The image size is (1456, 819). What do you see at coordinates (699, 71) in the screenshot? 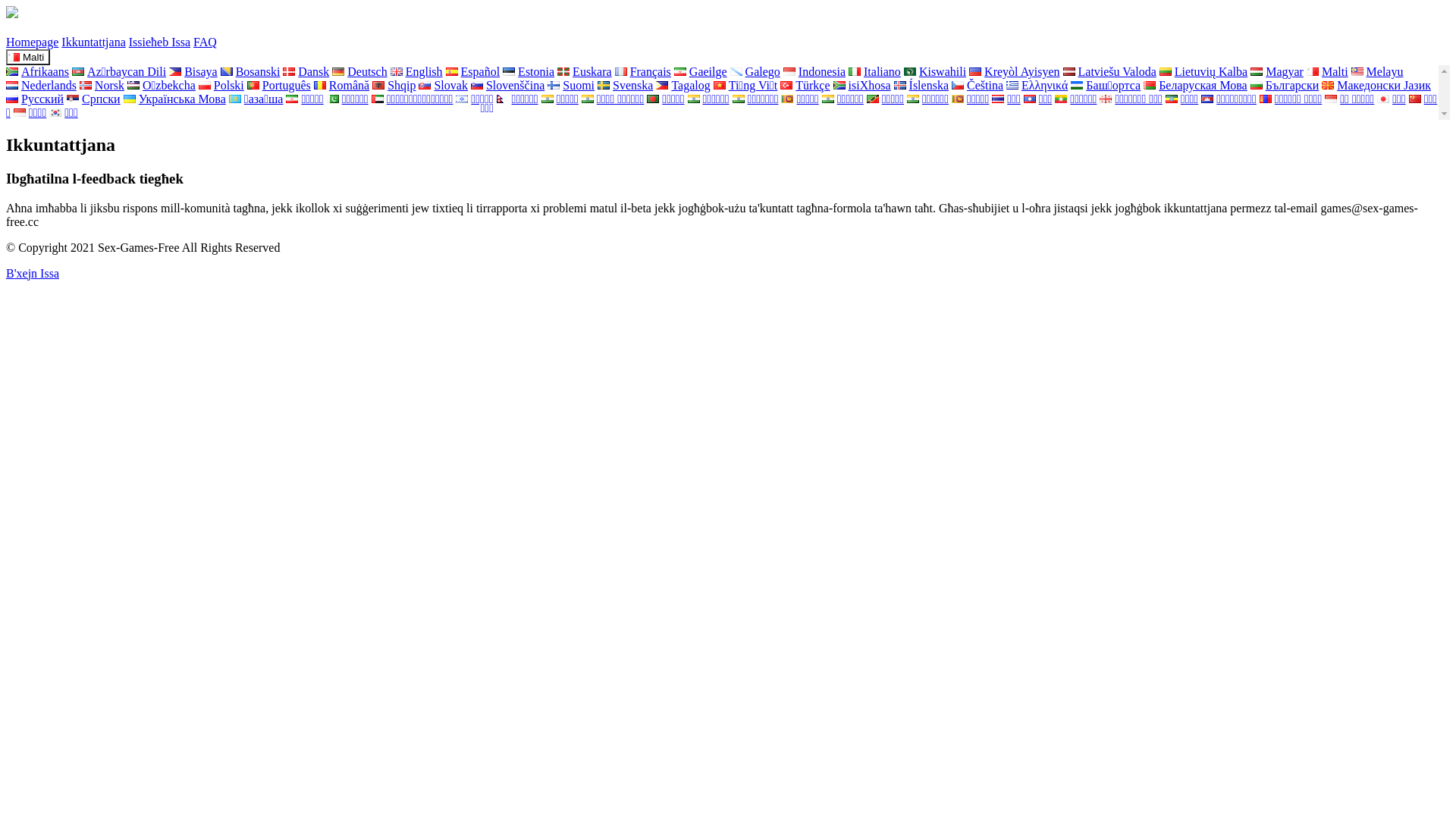
I see `'Gaeilge'` at bounding box center [699, 71].